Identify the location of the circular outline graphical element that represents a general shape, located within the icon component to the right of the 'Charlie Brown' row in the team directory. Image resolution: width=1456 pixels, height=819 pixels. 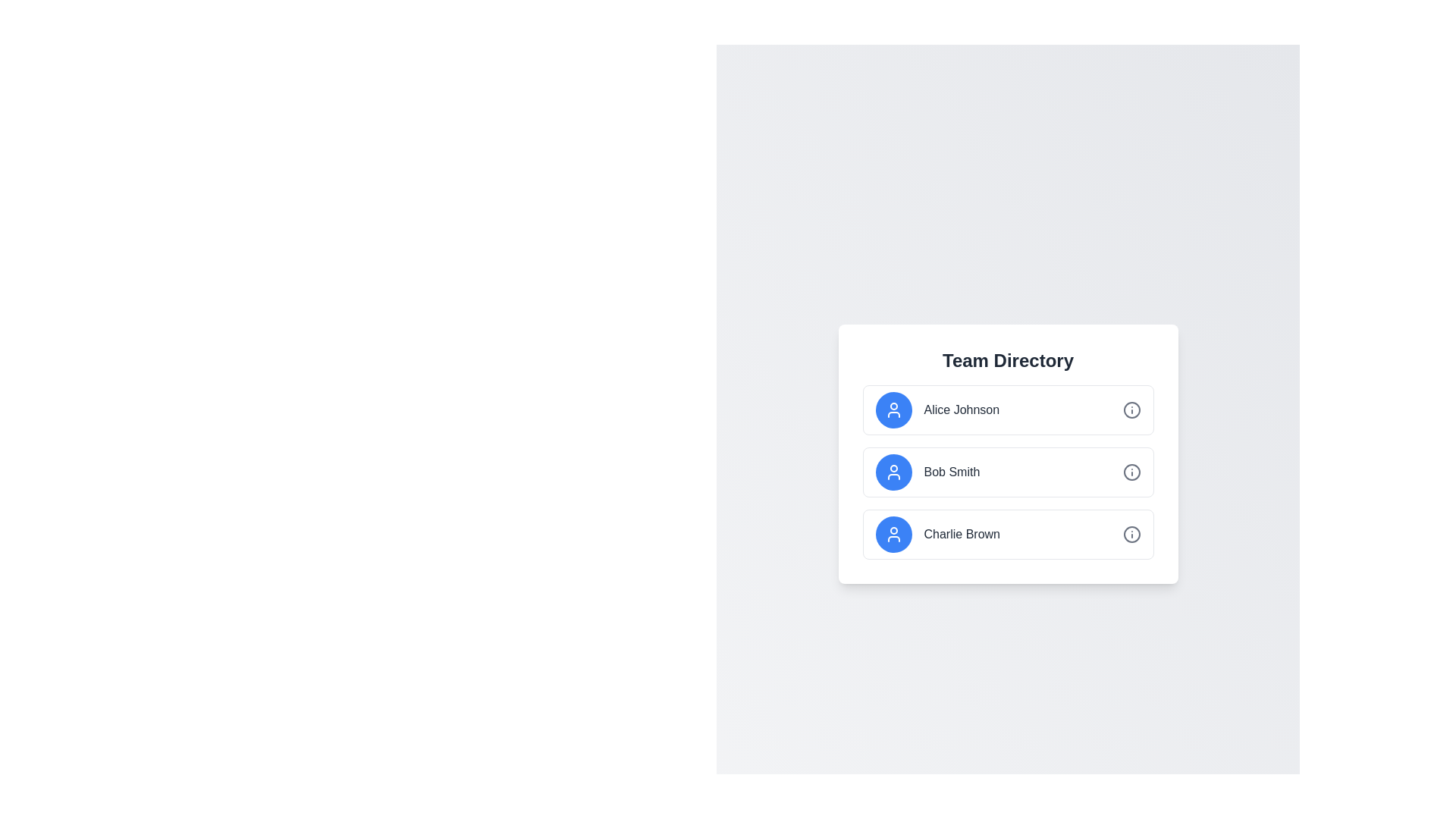
(1131, 534).